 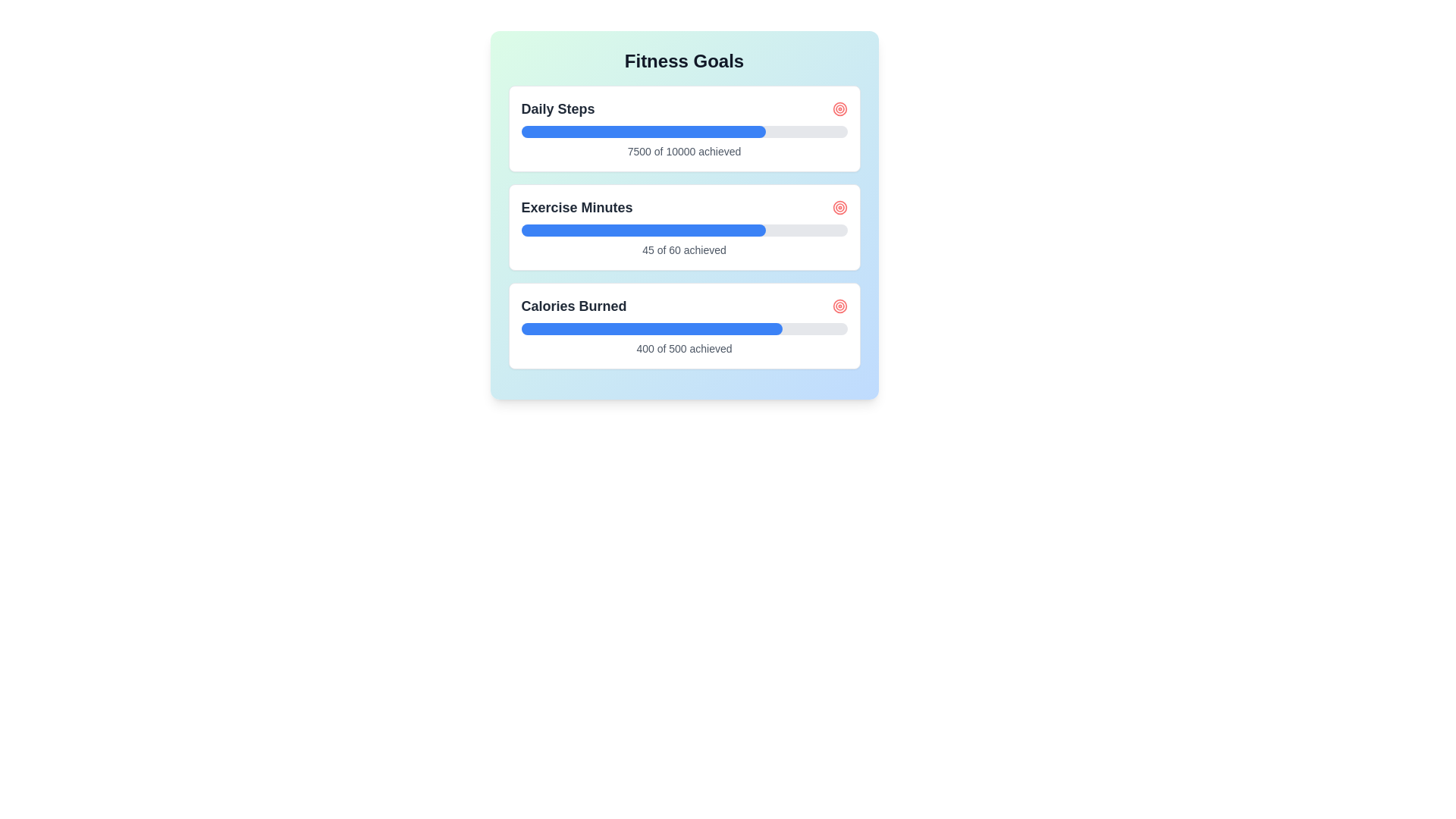 I want to click on the Progress bar section that visually represents the completion of 'Exercise Minutes', so click(x=643, y=231).